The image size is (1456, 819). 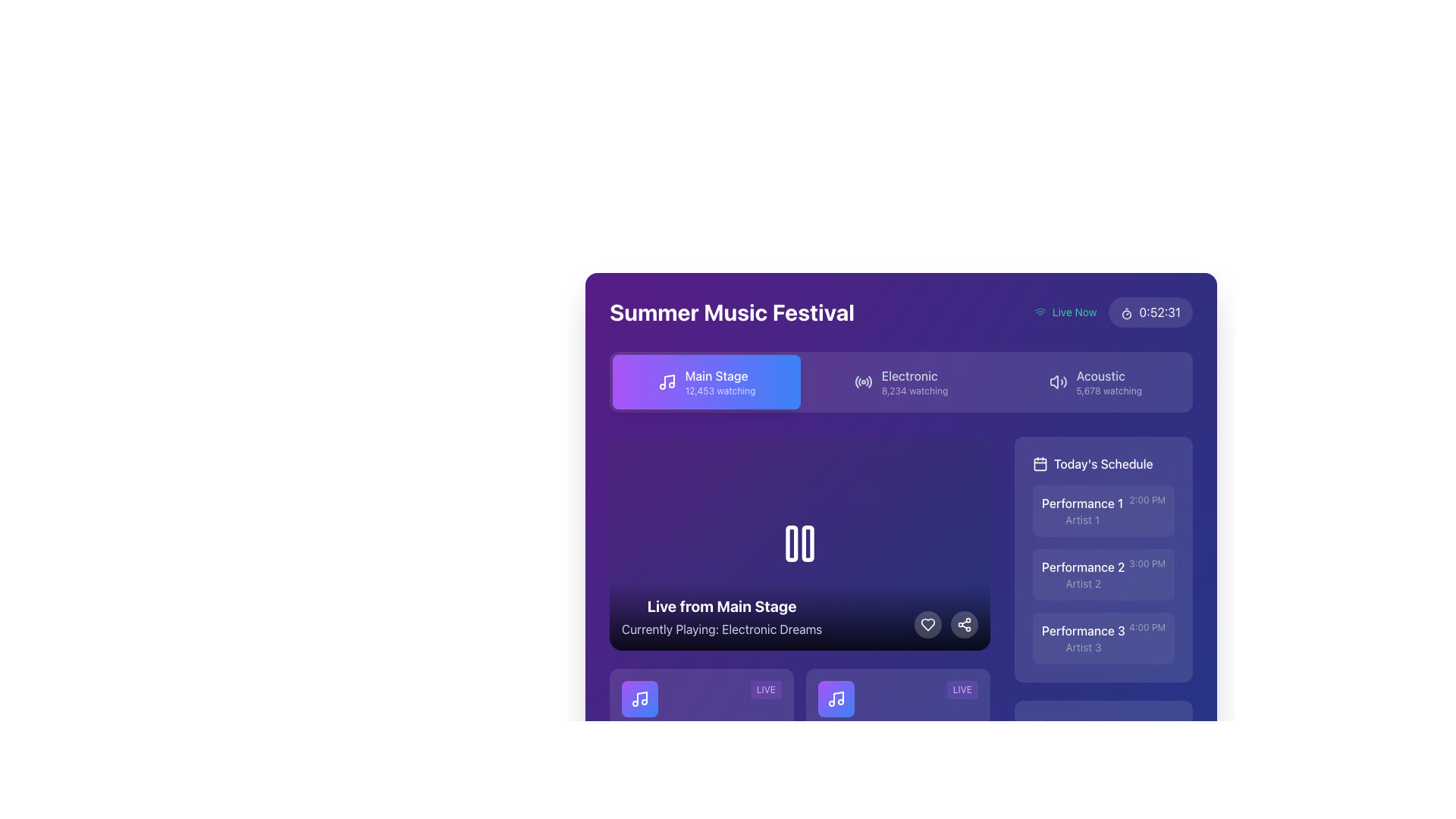 I want to click on the text content of the 'Main Stage' text block, which includes 'Main Stage' in bold and '12,453 watching' in a semi-transparent style, located on the far left side of the group under 'Summer Music Festival', so click(x=720, y=381).